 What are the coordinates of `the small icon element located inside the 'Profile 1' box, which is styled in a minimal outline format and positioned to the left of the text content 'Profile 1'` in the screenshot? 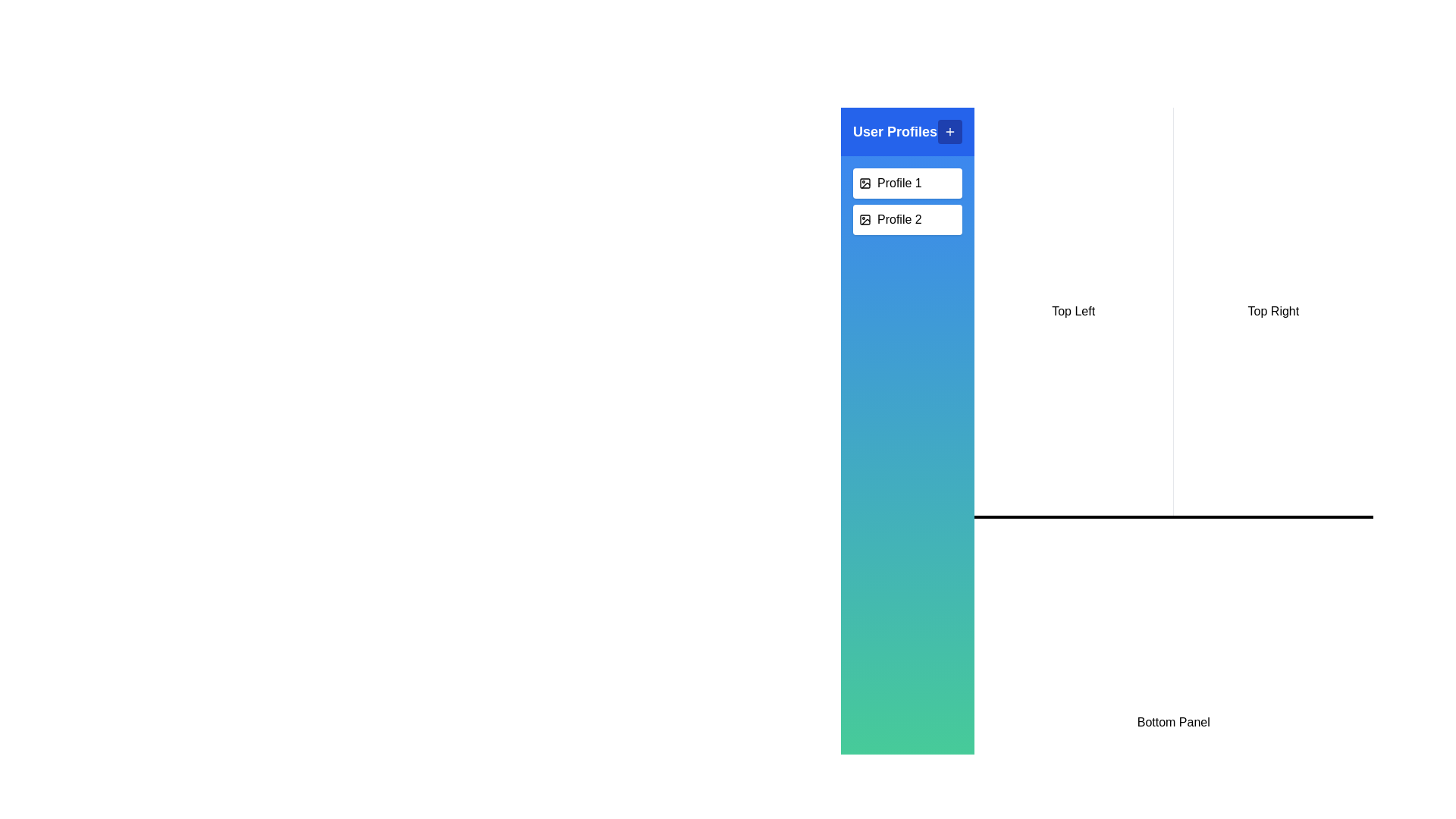 It's located at (865, 183).